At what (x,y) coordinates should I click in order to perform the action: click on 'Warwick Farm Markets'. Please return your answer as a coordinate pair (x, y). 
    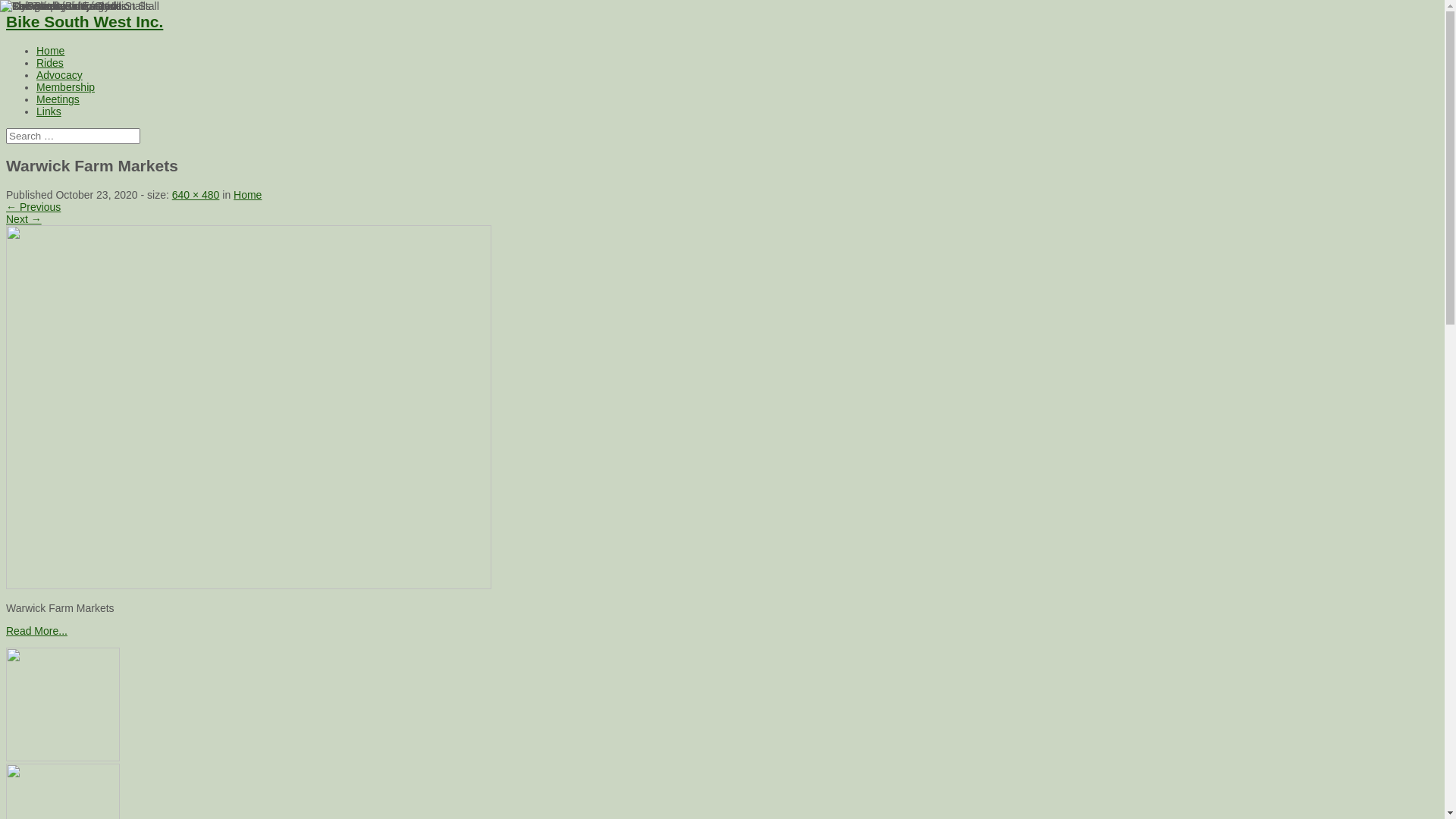
    Looking at the image, I should click on (248, 584).